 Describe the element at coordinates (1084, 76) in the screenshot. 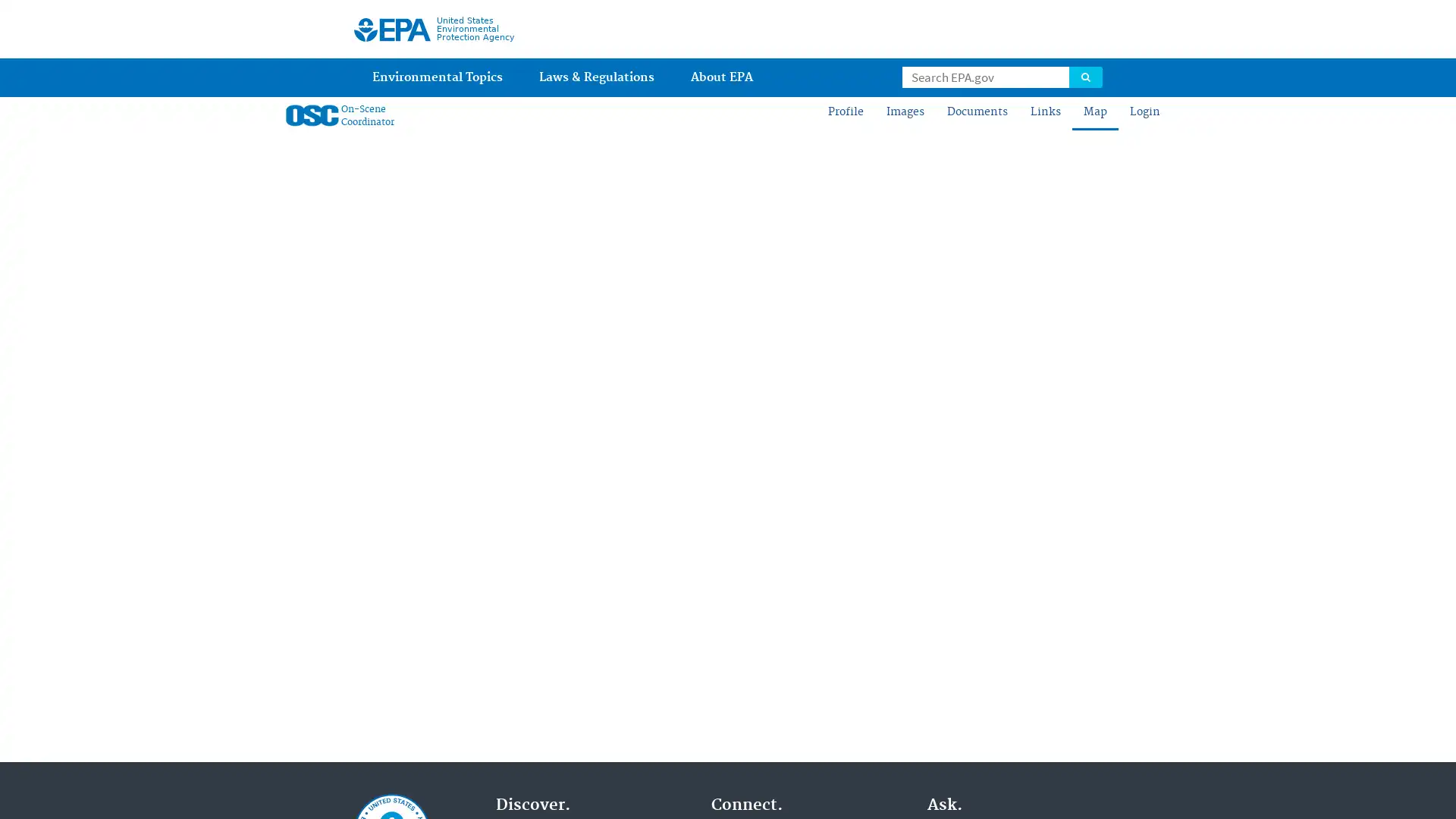

I see `Search` at that location.